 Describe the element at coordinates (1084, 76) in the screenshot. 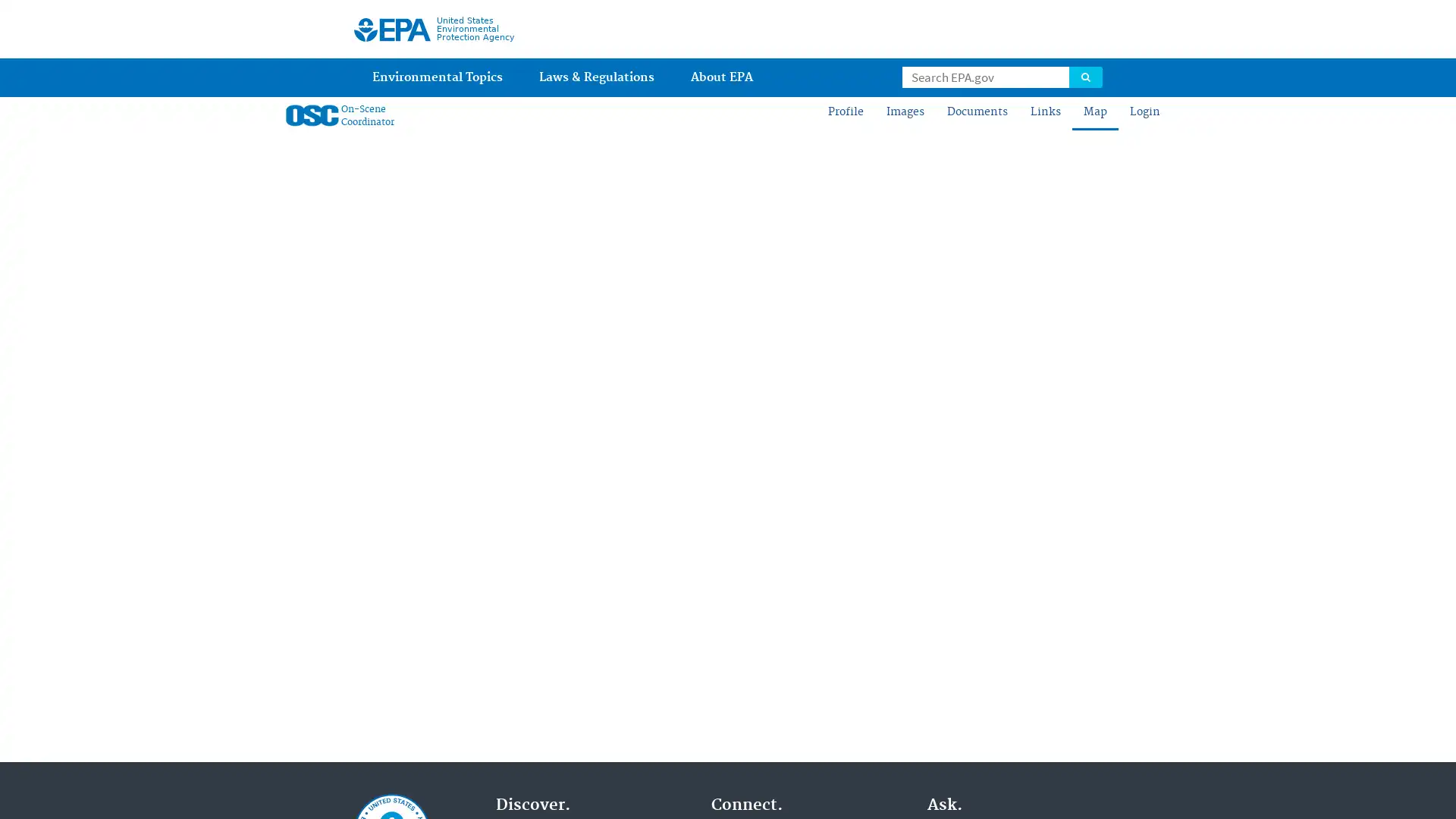

I see `Search` at that location.